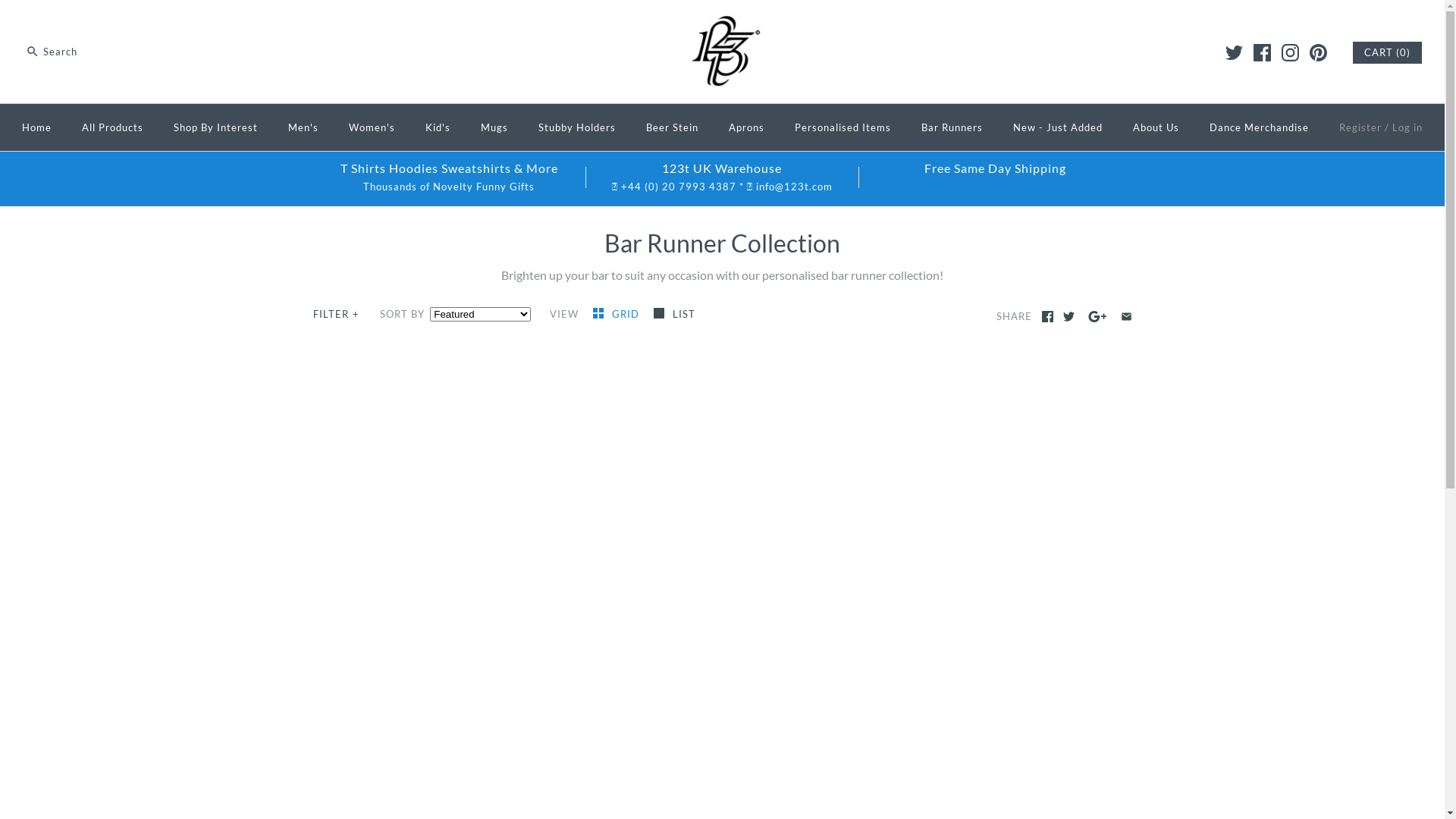 This screenshot has height=819, width=1456. What do you see at coordinates (111, 127) in the screenshot?
I see `'All Products'` at bounding box center [111, 127].